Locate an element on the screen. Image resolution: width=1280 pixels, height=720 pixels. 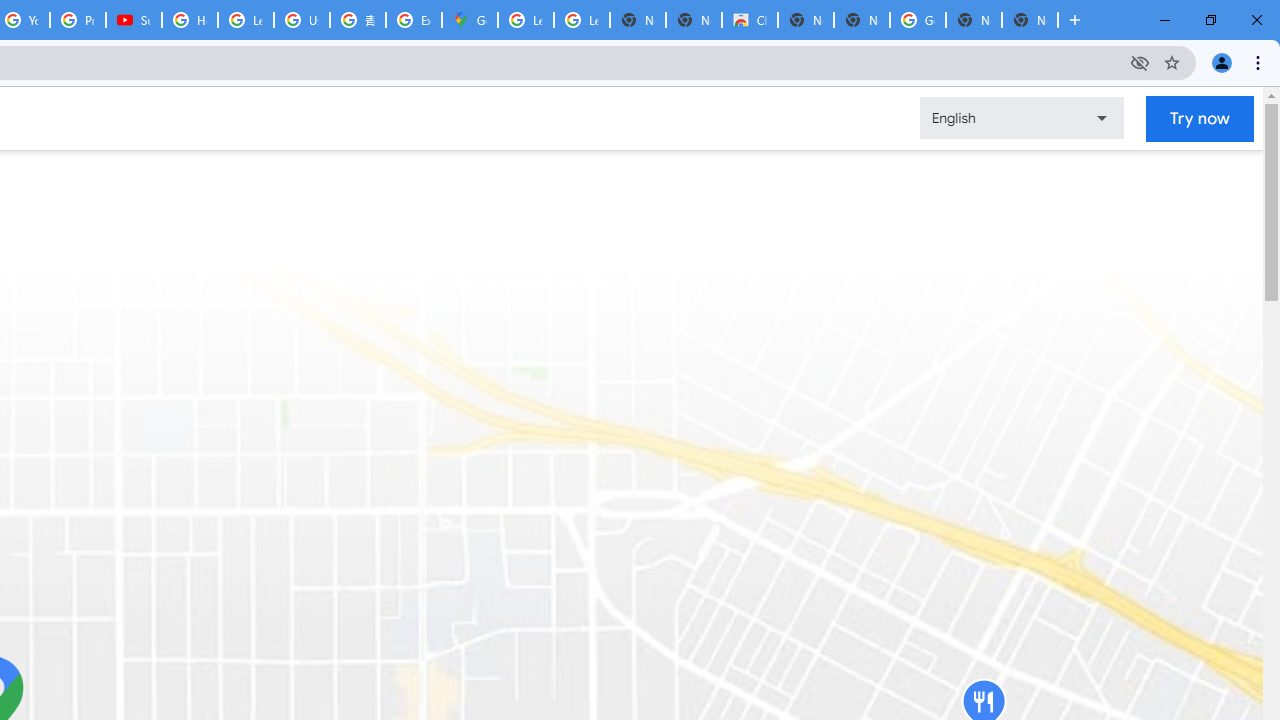
'Chrome Web Store' is located at coordinates (749, 20).